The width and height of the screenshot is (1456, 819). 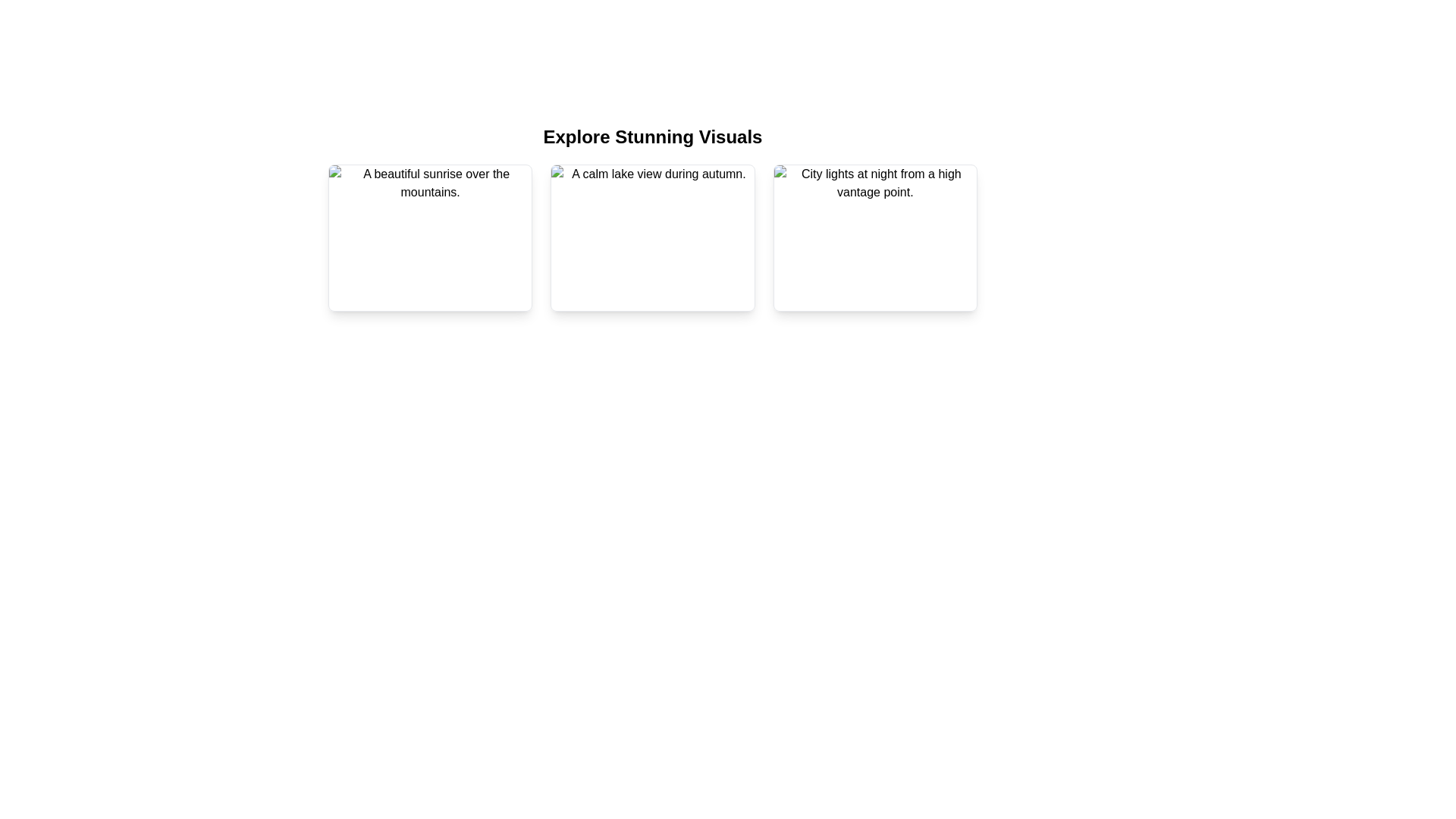 What do you see at coordinates (875, 237) in the screenshot?
I see `the image element showcasing city lights at night, positioned centrally in the third card of a horizontally aligned grid` at bounding box center [875, 237].